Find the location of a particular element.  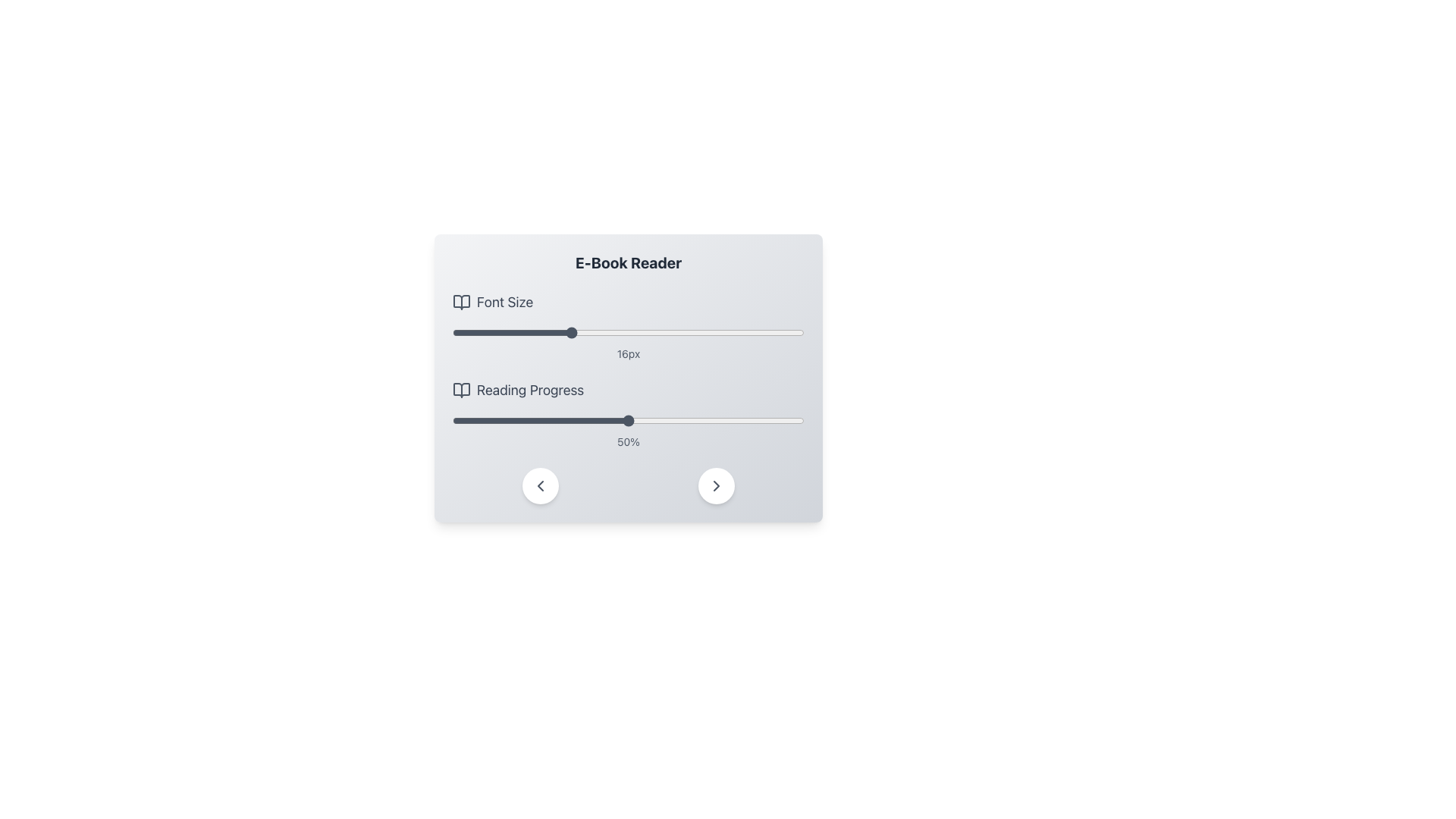

the open book icon located in the 'Font Size' section, positioned to the left of the 'Font Size' label text is located at coordinates (461, 302).